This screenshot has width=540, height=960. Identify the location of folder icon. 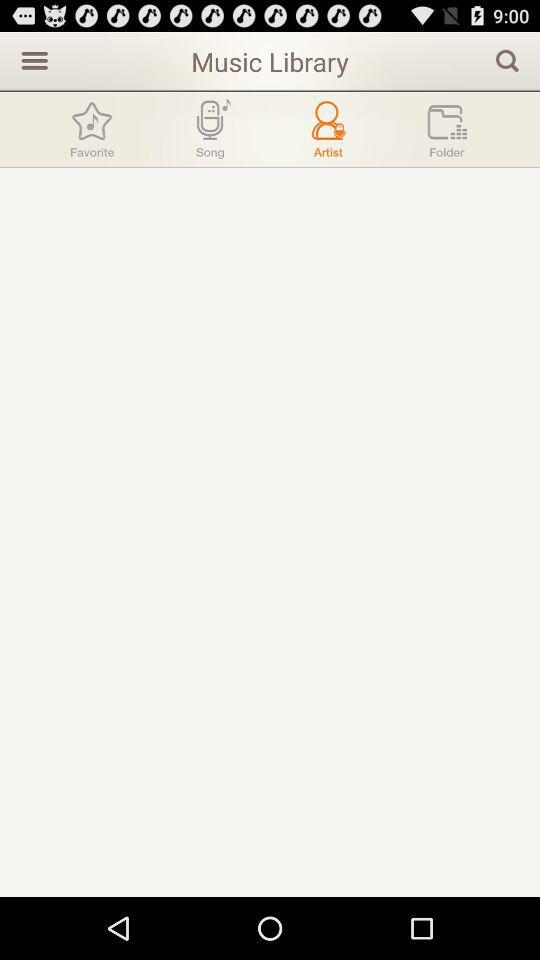
(447, 128).